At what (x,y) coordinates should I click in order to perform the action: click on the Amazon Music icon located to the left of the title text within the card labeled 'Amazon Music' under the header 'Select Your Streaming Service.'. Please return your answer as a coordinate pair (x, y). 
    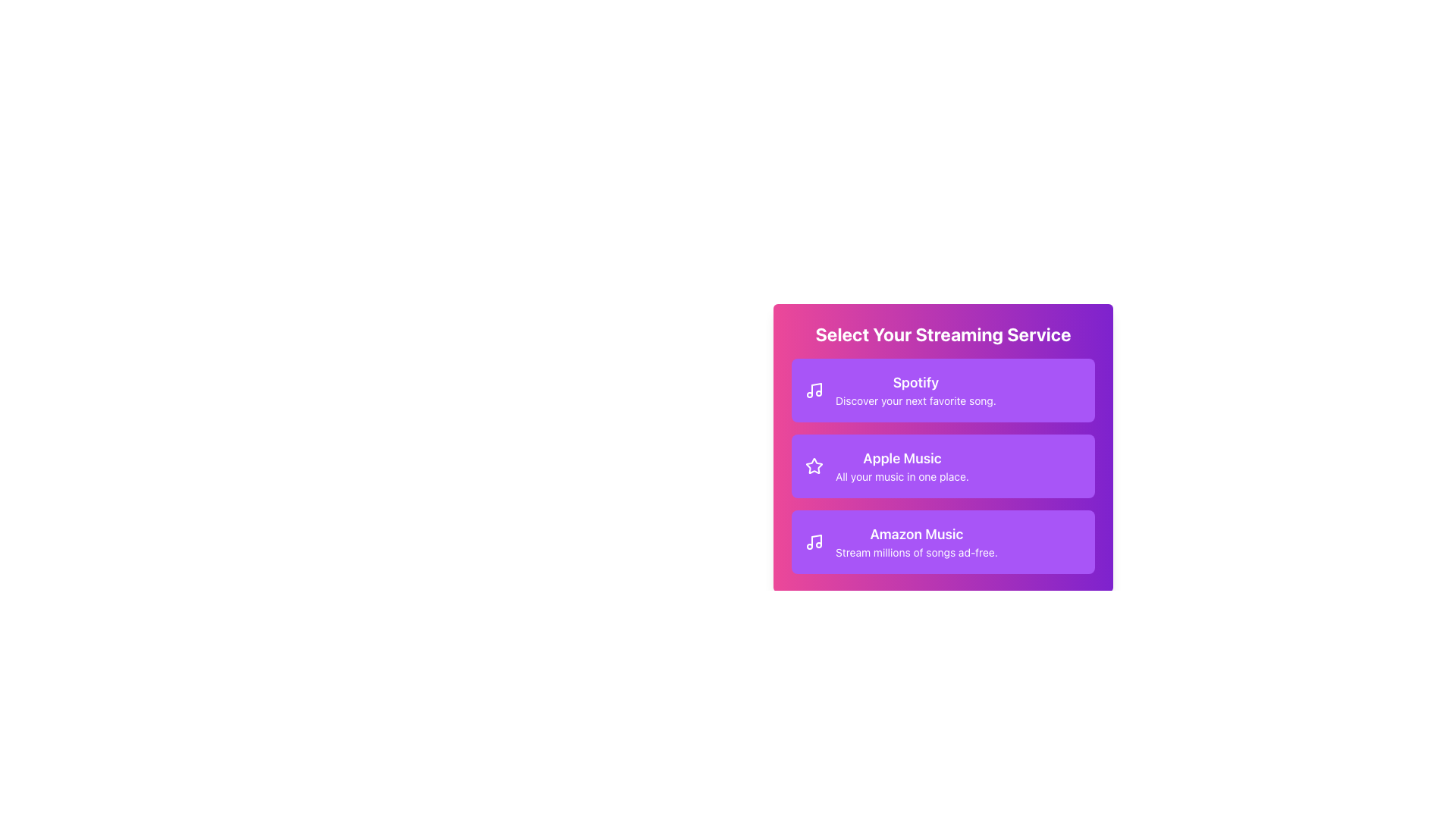
    Looking at the image, I should click on (814, 541).